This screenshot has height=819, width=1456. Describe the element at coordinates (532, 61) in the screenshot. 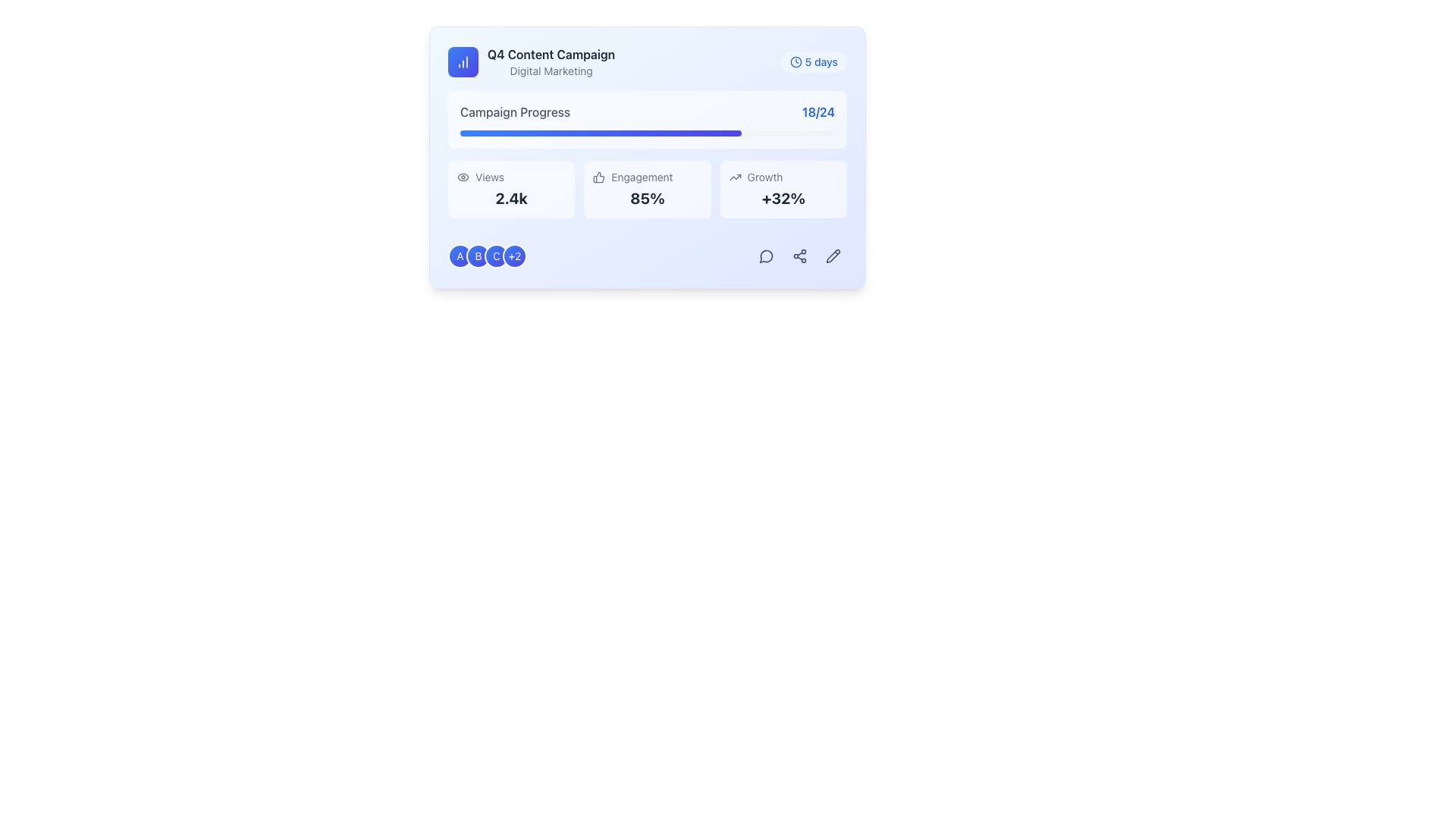

I see `the composite informational element with the text 'Q4 Content Campaign' and the chart icon` at that location.